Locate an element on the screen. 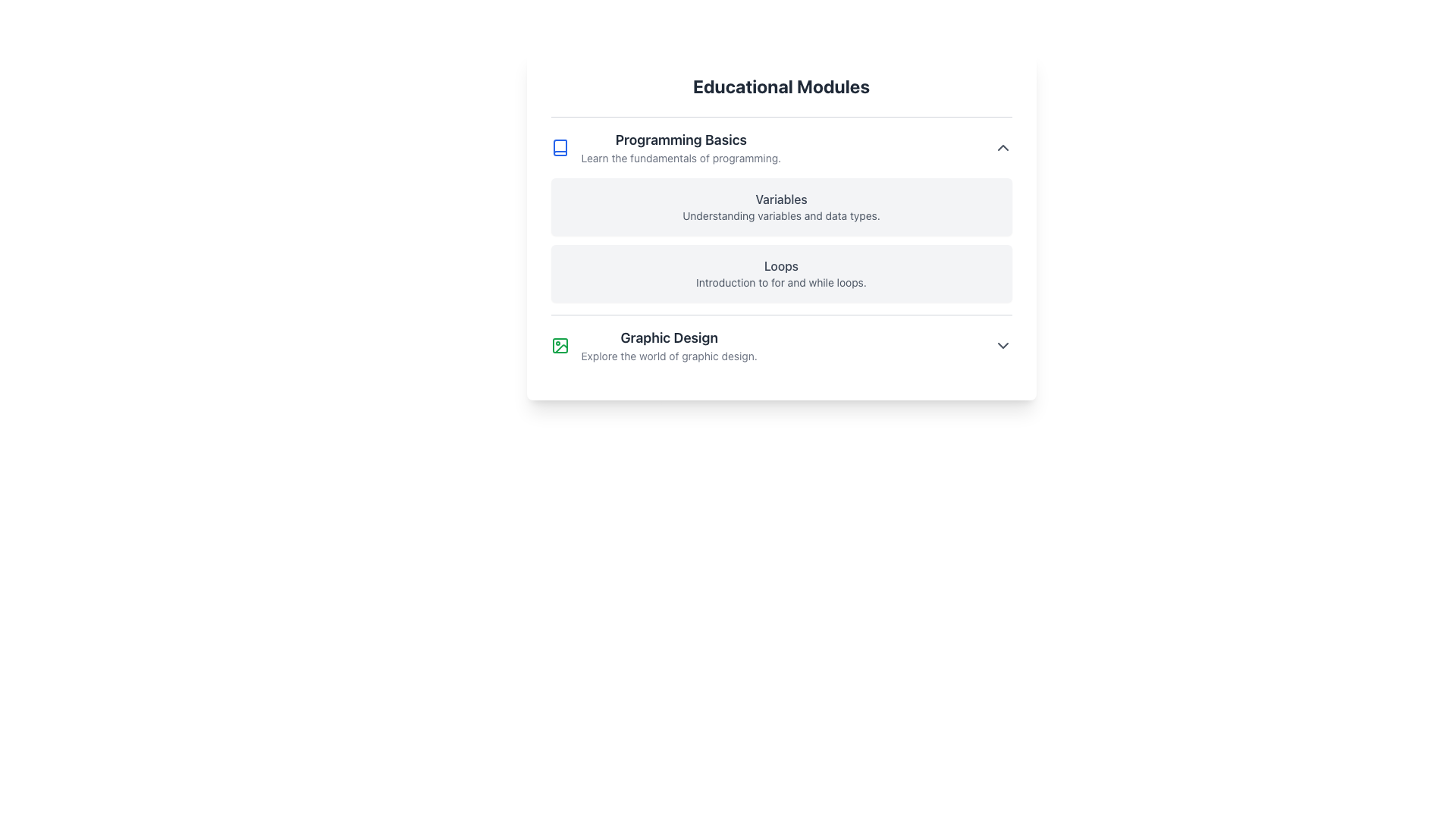 The width and height of the screenshot is (1456, 819). the downwards-facing chevron icon in the 'Graphic Design' section is located at coordinates (1003, 345).